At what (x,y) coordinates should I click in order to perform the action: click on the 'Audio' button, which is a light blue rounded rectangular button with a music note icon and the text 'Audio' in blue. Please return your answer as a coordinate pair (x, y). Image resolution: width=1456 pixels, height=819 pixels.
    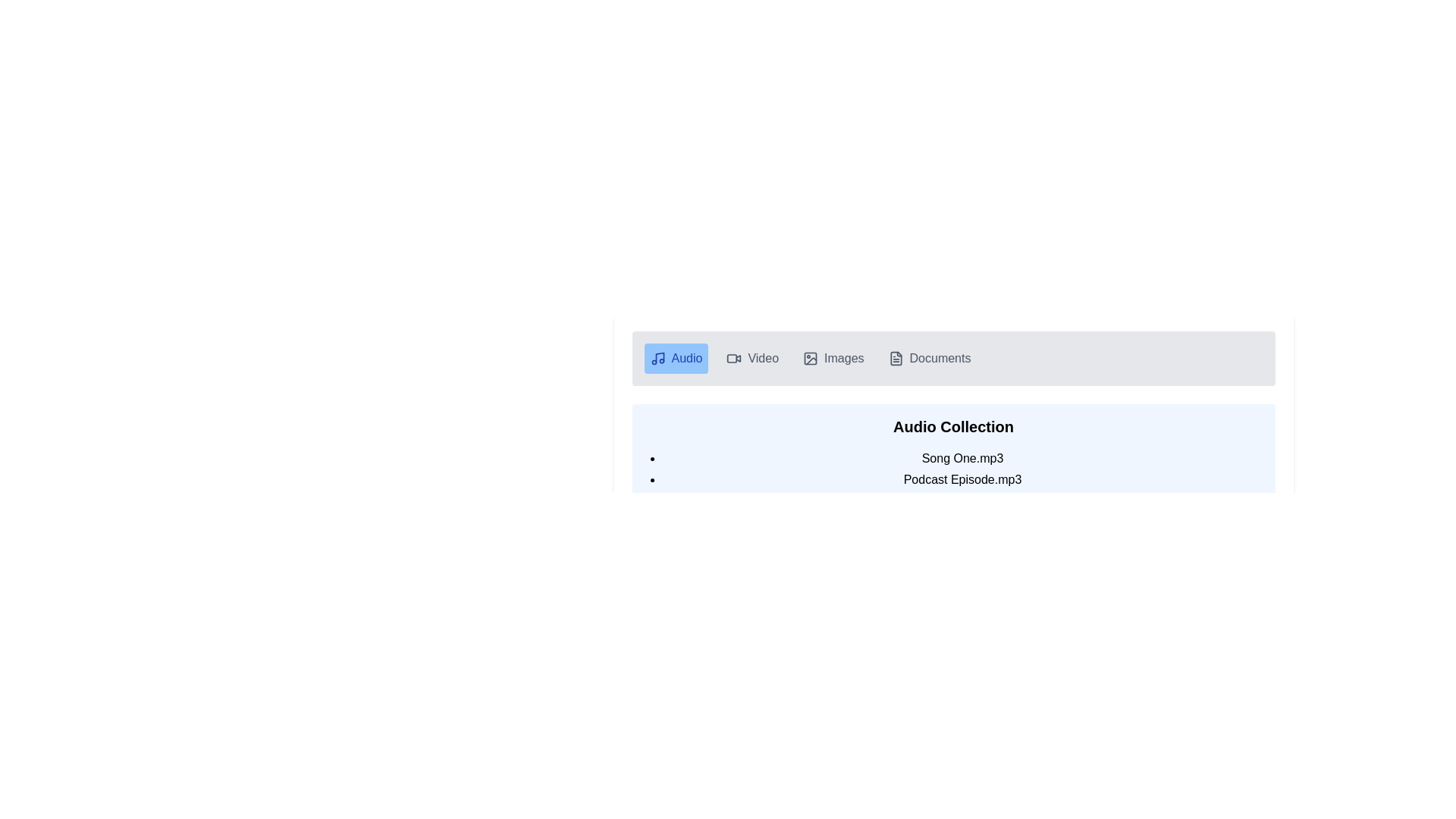
    Looking at the image, I should click on (676, 359).